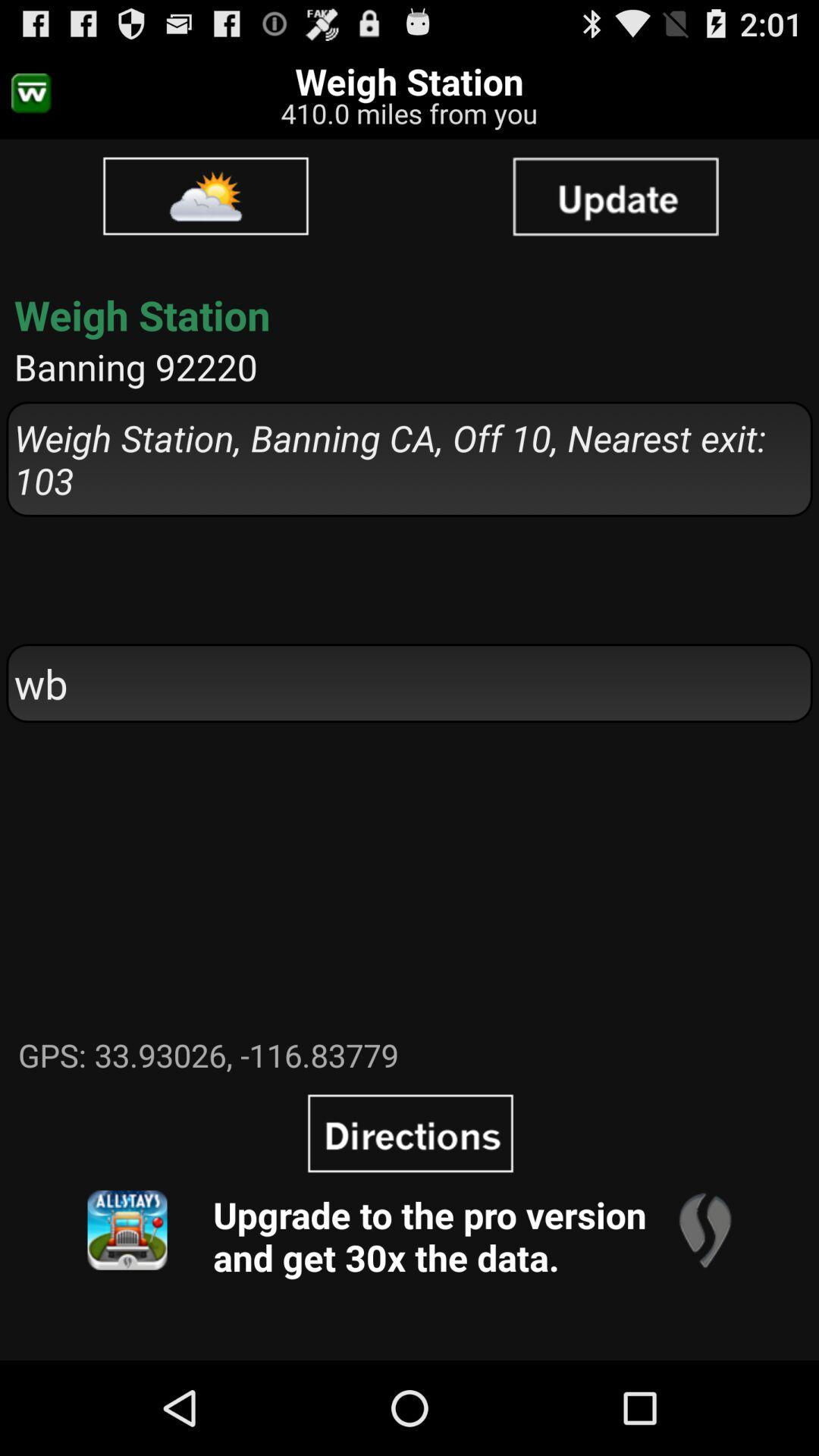  Describe the element at coordinates (206, 195) in the screenshot. I see `the item below 410 0 miles` at that location.